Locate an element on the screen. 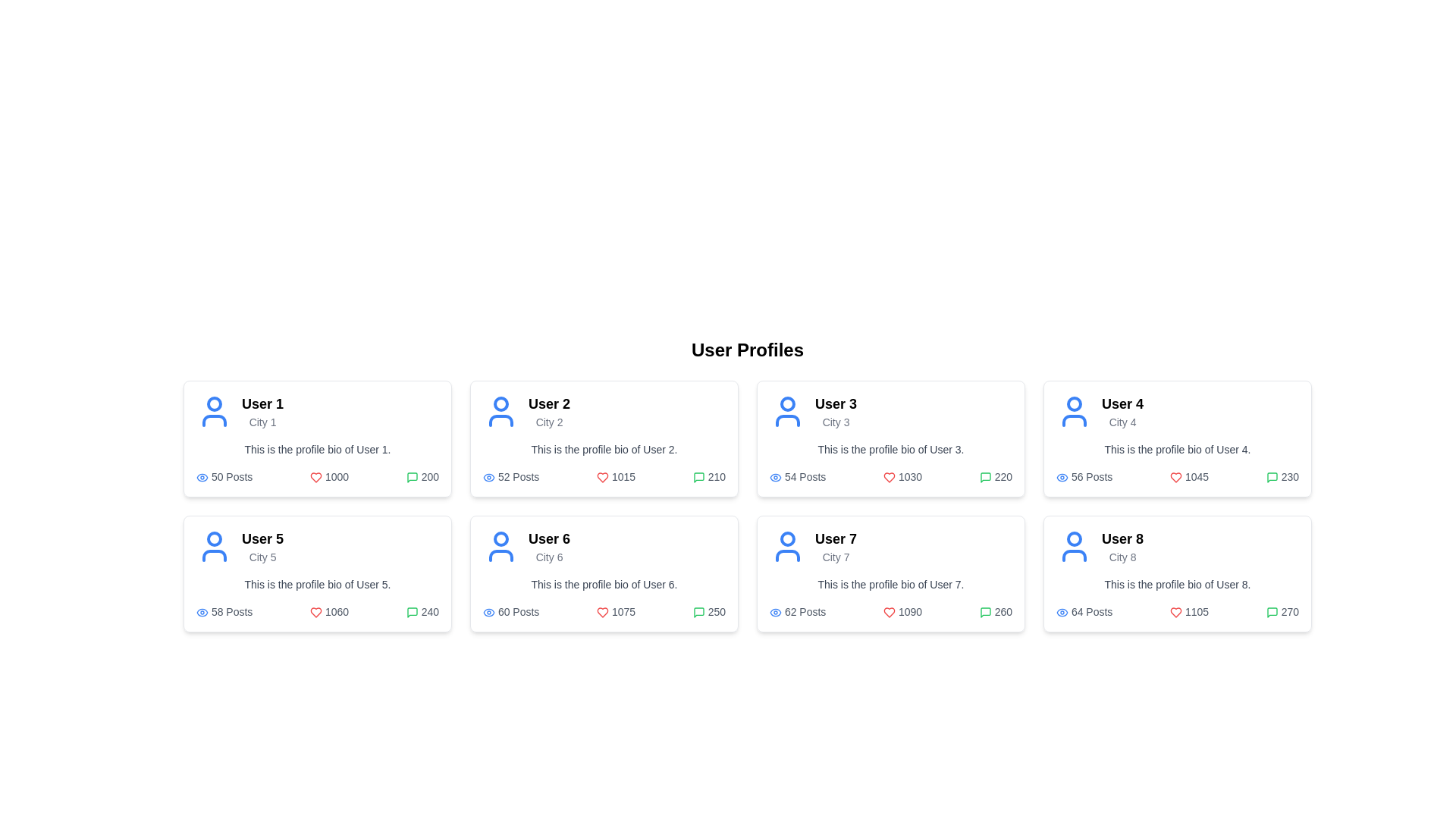 The image size is (1456, 819). the user profile heading displaying 'User 3' with the smaller gray text 'City 3' beneath it, located on the right side of the user profiles grid is located at coordinates (835, 412).